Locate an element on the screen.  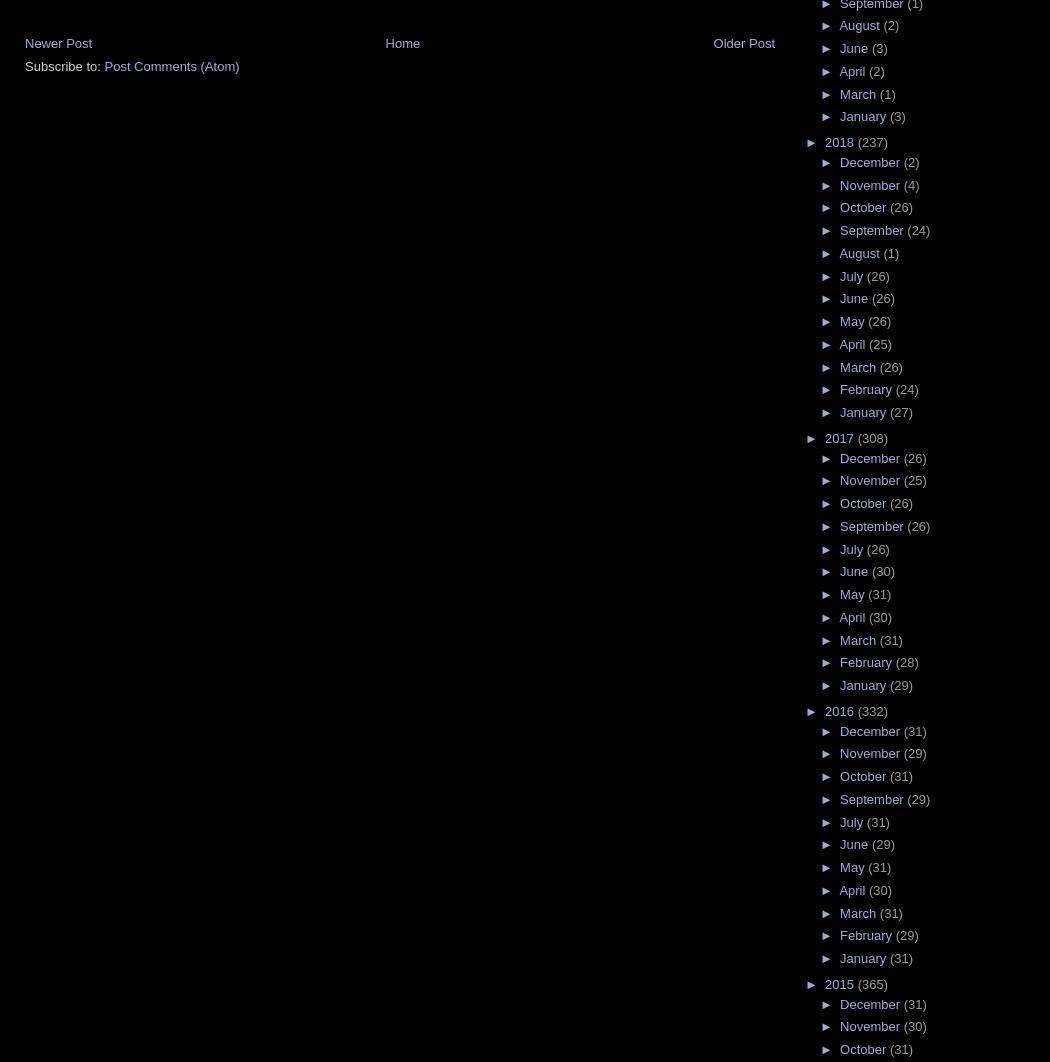
'2018' is located at coordinates (823, 142).